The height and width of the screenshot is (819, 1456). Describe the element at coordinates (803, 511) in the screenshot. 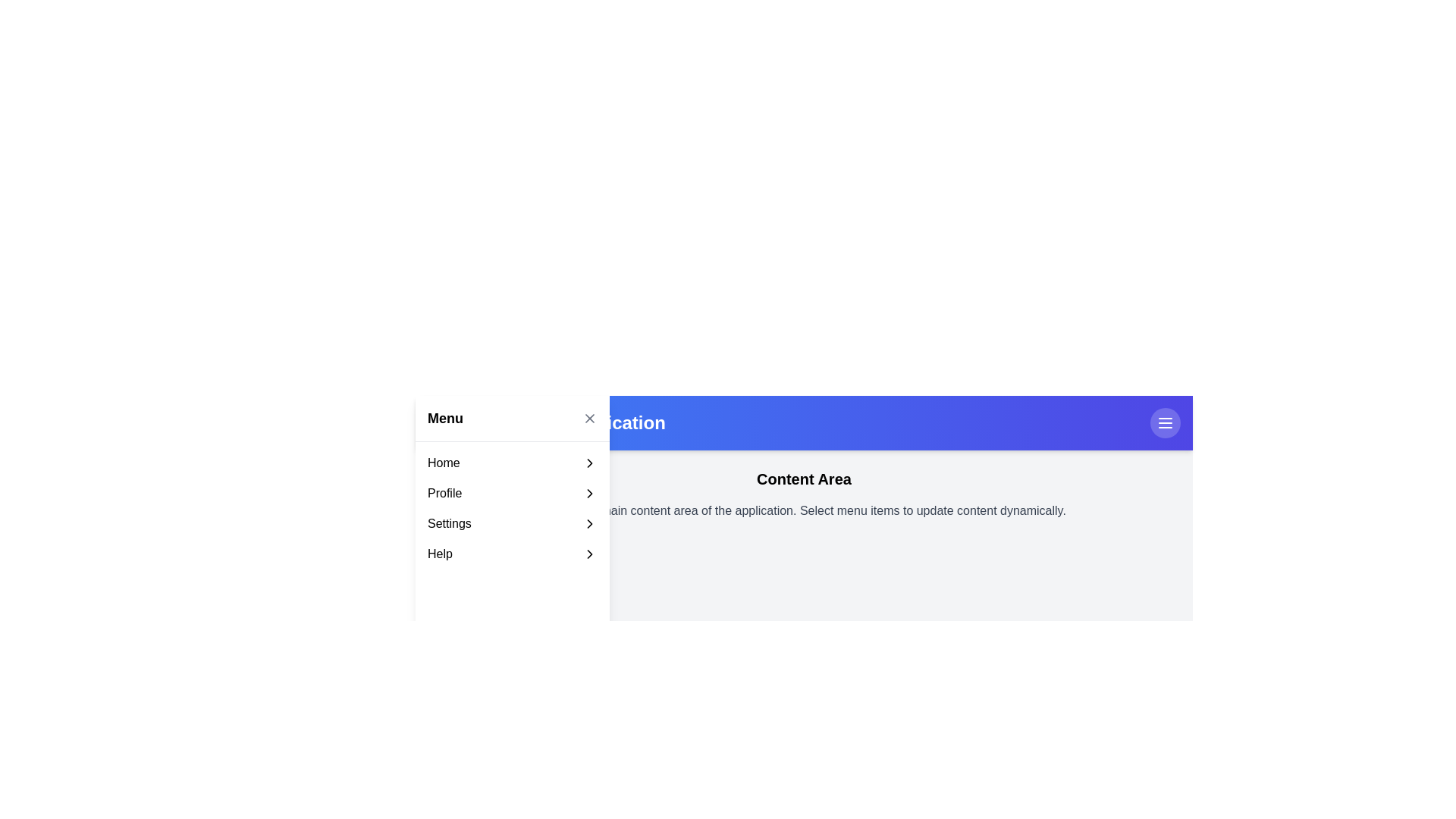

I see `the static text content that informs the user about the purpose and usage of the main content area, located below the title 'Content Area'` at that location.